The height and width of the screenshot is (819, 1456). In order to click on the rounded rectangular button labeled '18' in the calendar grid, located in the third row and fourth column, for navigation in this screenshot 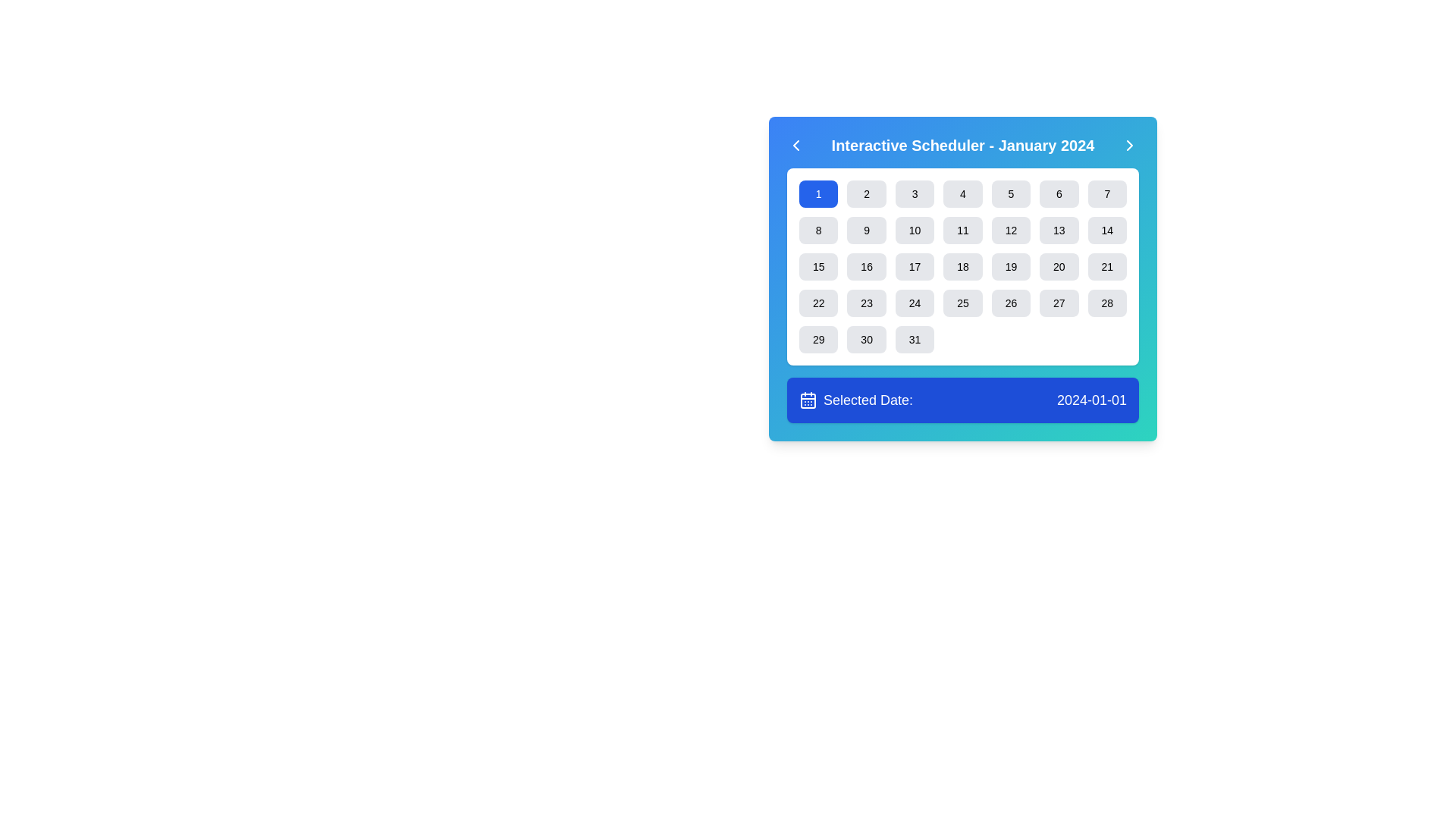, I will do `click(962, 265)`.